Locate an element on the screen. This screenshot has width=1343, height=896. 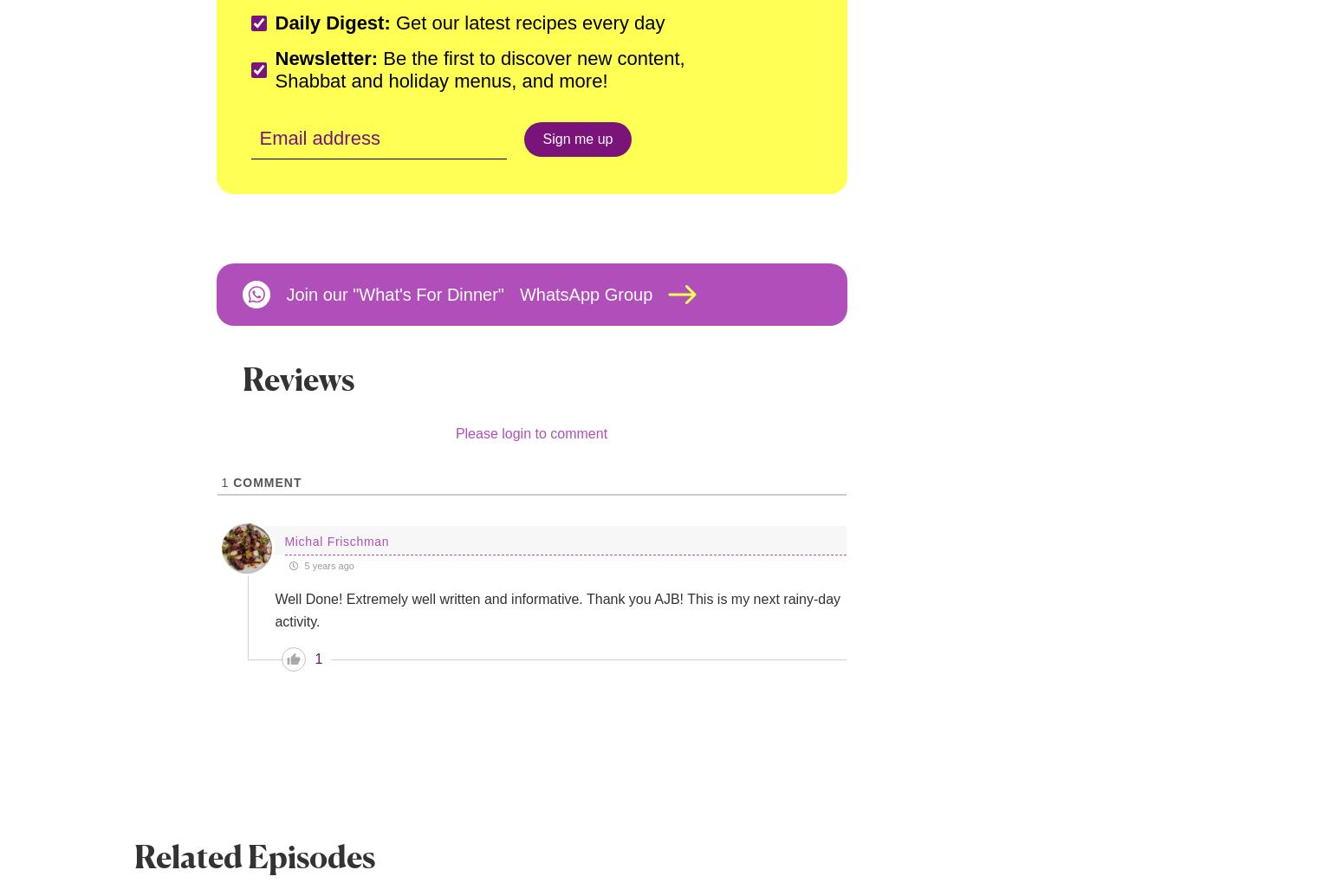
'Get our latest recipes
                        every day' is located at coordinates (389, 23).